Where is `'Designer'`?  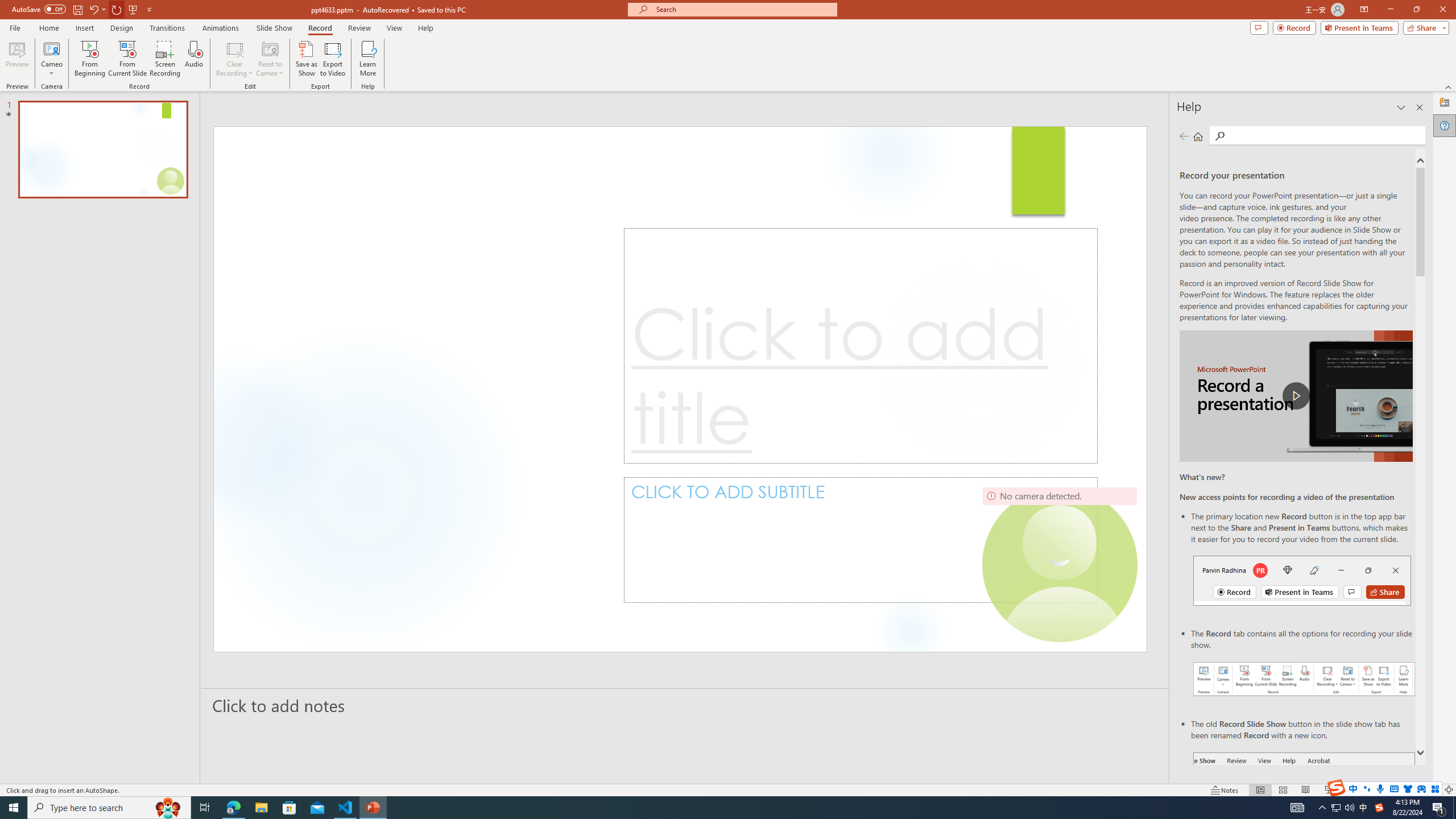 'Designer' is located at coordinates (1444, 102).